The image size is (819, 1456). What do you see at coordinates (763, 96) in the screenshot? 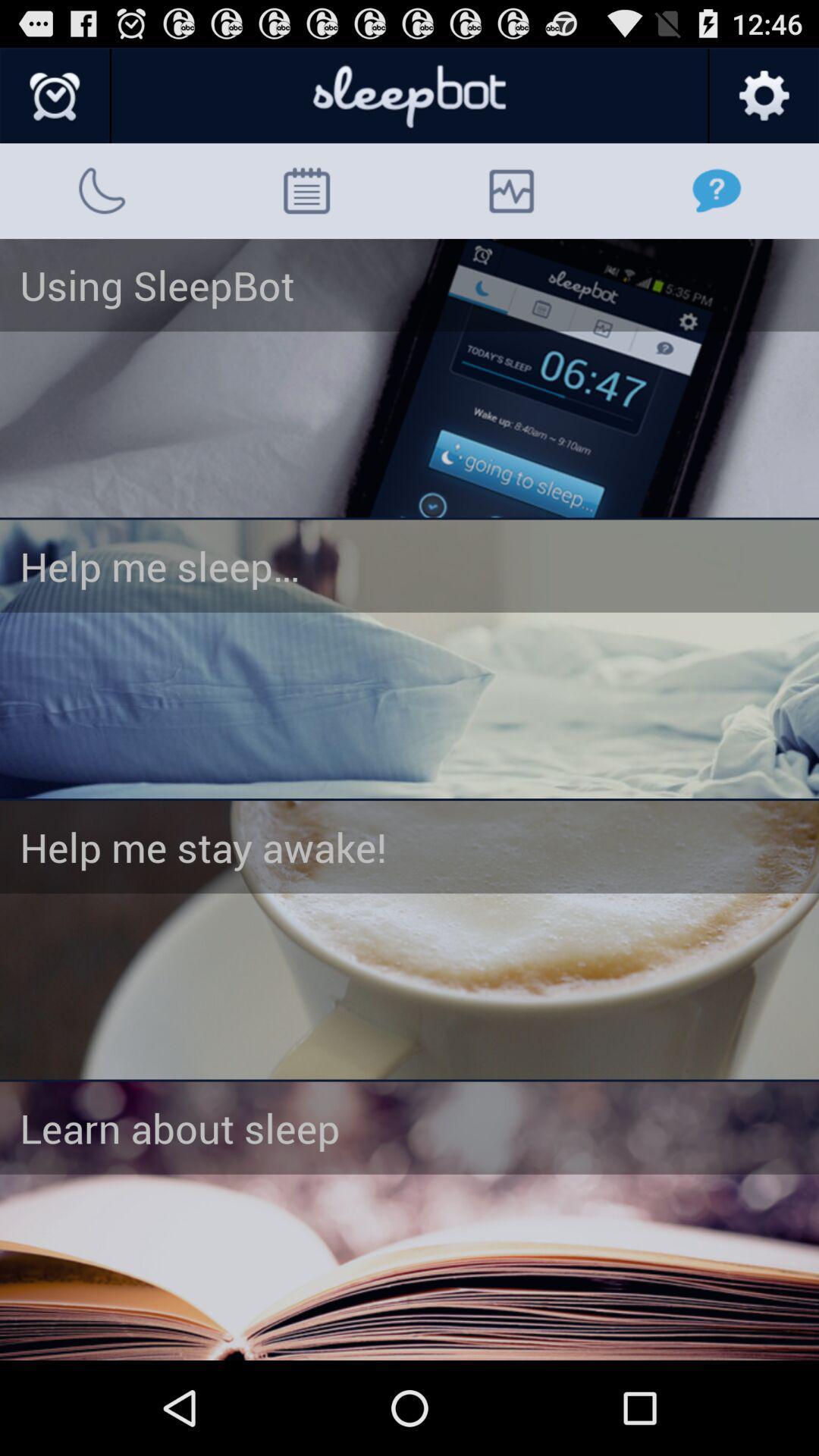
I see `settings` at bounding box center [763, 96].